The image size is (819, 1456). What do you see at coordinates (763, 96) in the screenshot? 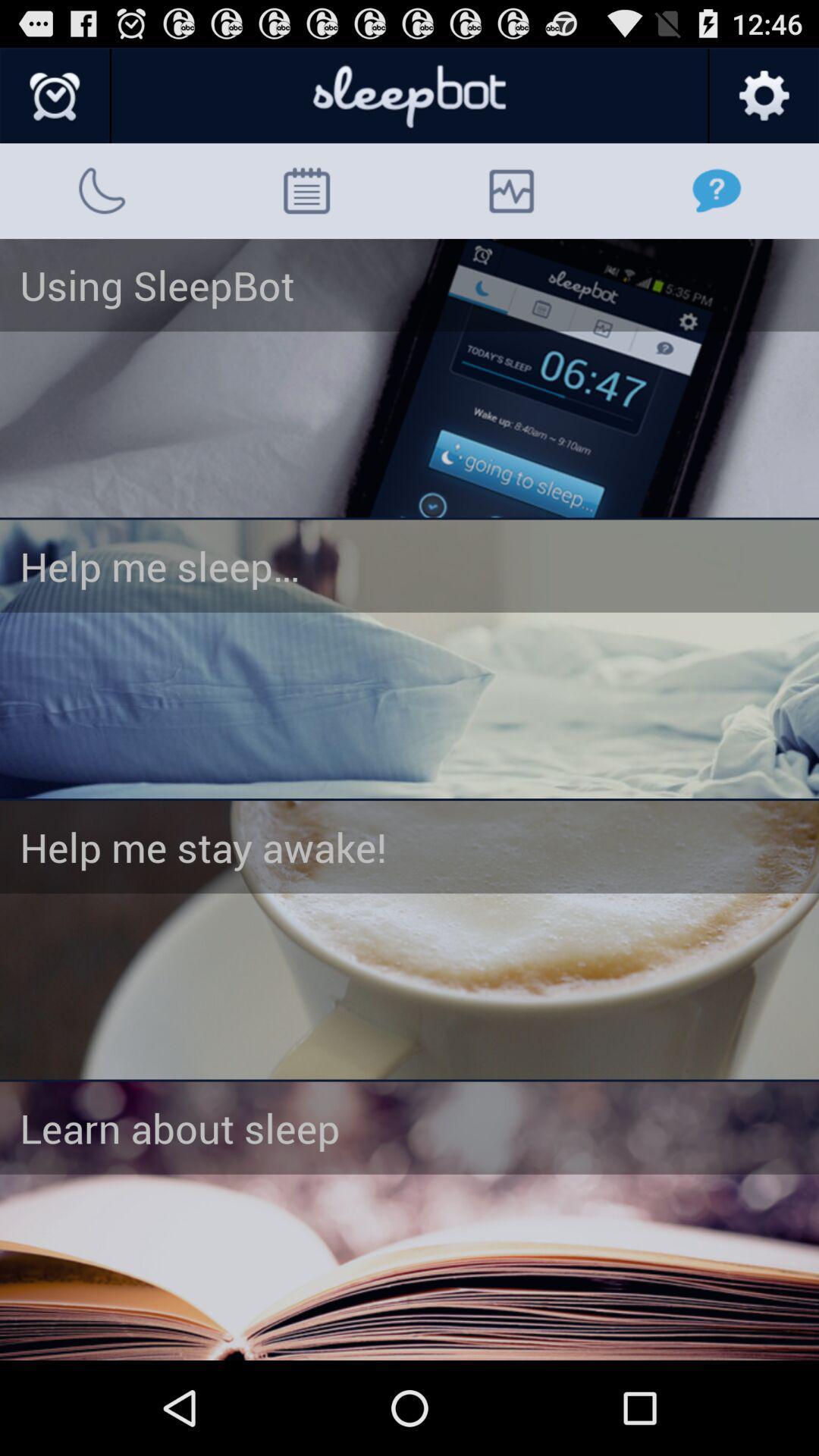
I see `settings` at bounding box center [763, 96].